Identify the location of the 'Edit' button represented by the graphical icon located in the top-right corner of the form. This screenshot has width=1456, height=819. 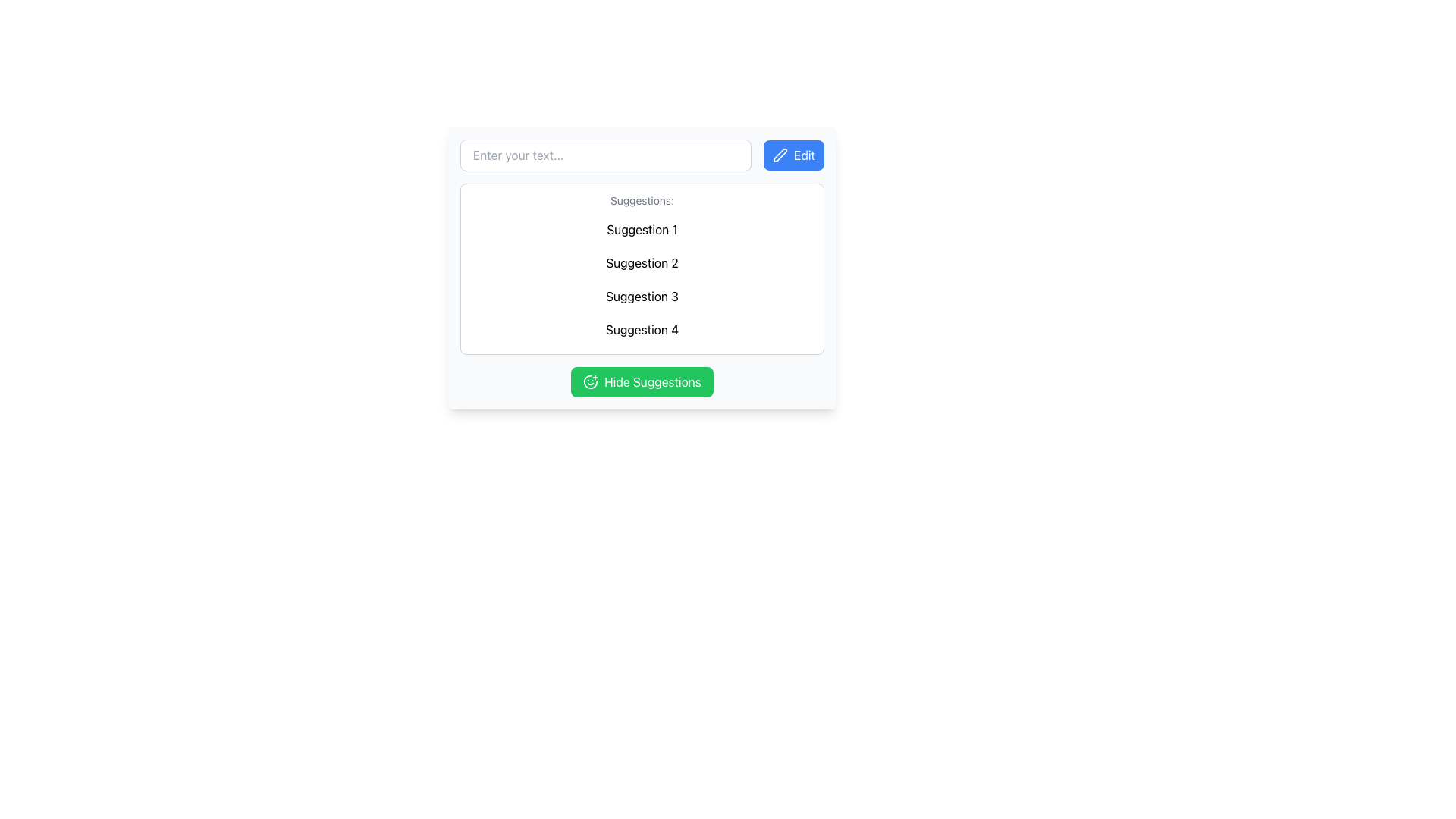
(780, 155).